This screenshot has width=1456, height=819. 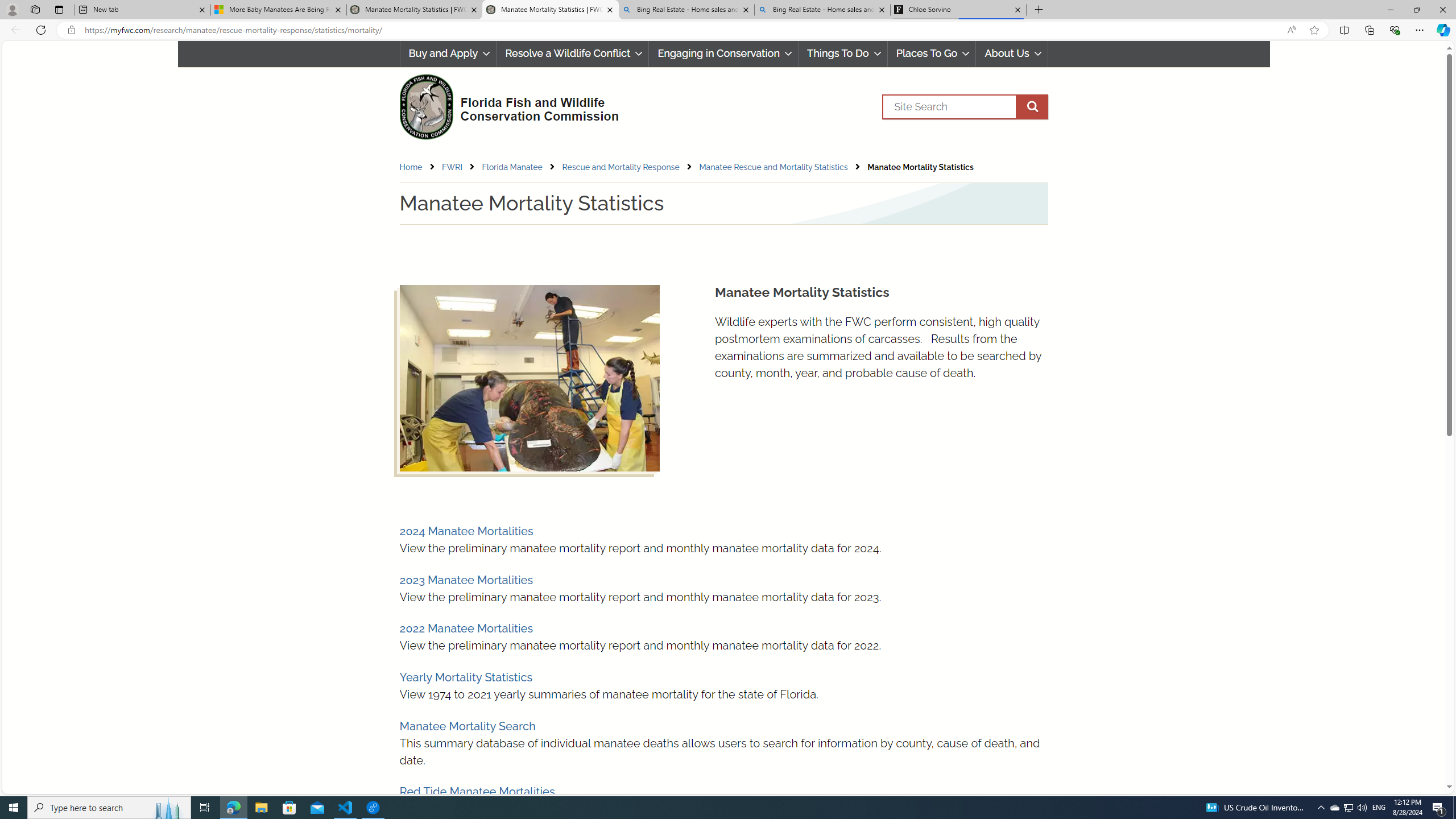 I want to click on 'Florida Manatee', so click(x=512, y=167).